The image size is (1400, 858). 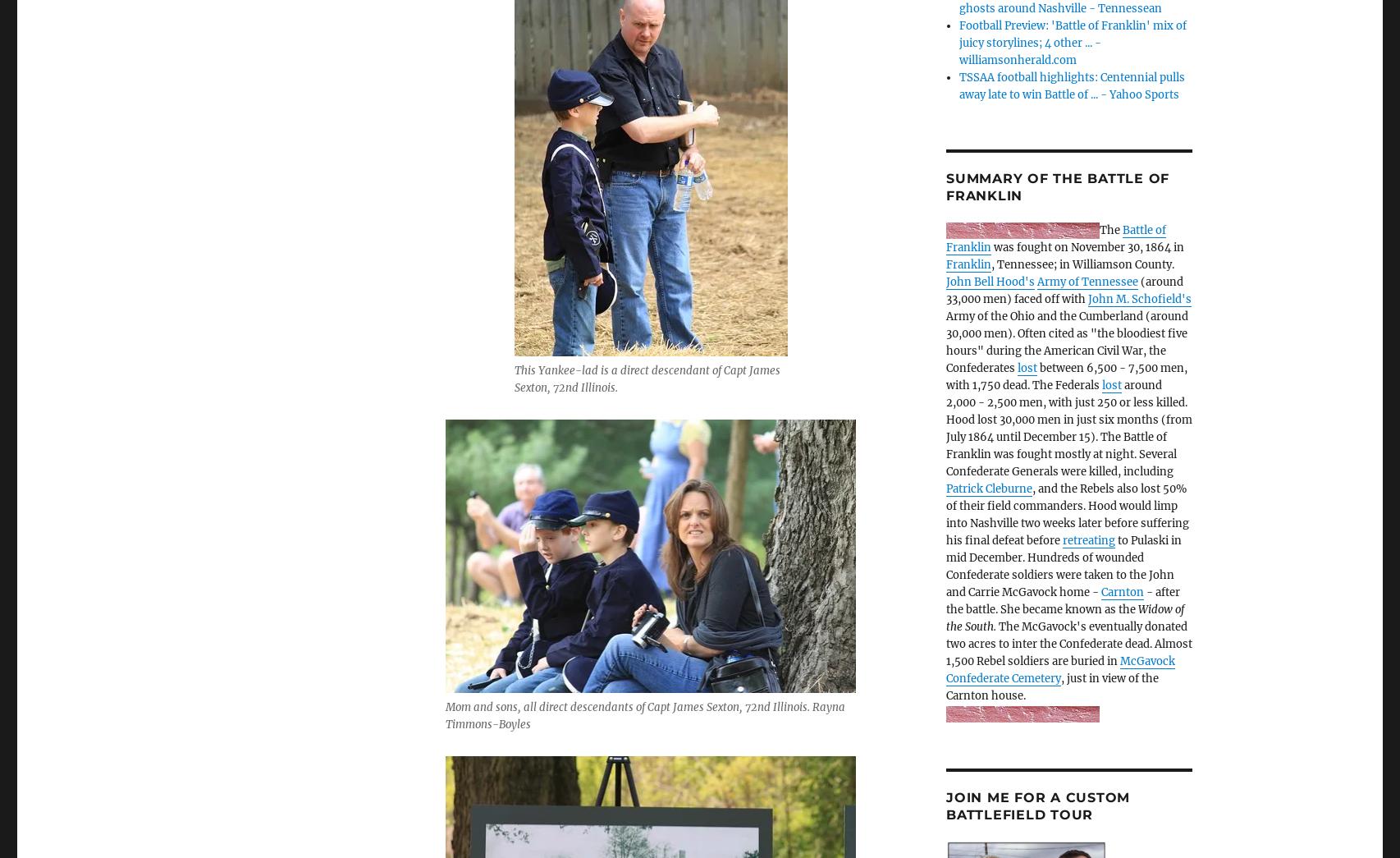 What do you see at coordinates (1065, 376) in the screenshot?
I see `'between 6,500 - 7,500 men, with 1,750 dead. The Federals'` at bounding box center [1065, 376].